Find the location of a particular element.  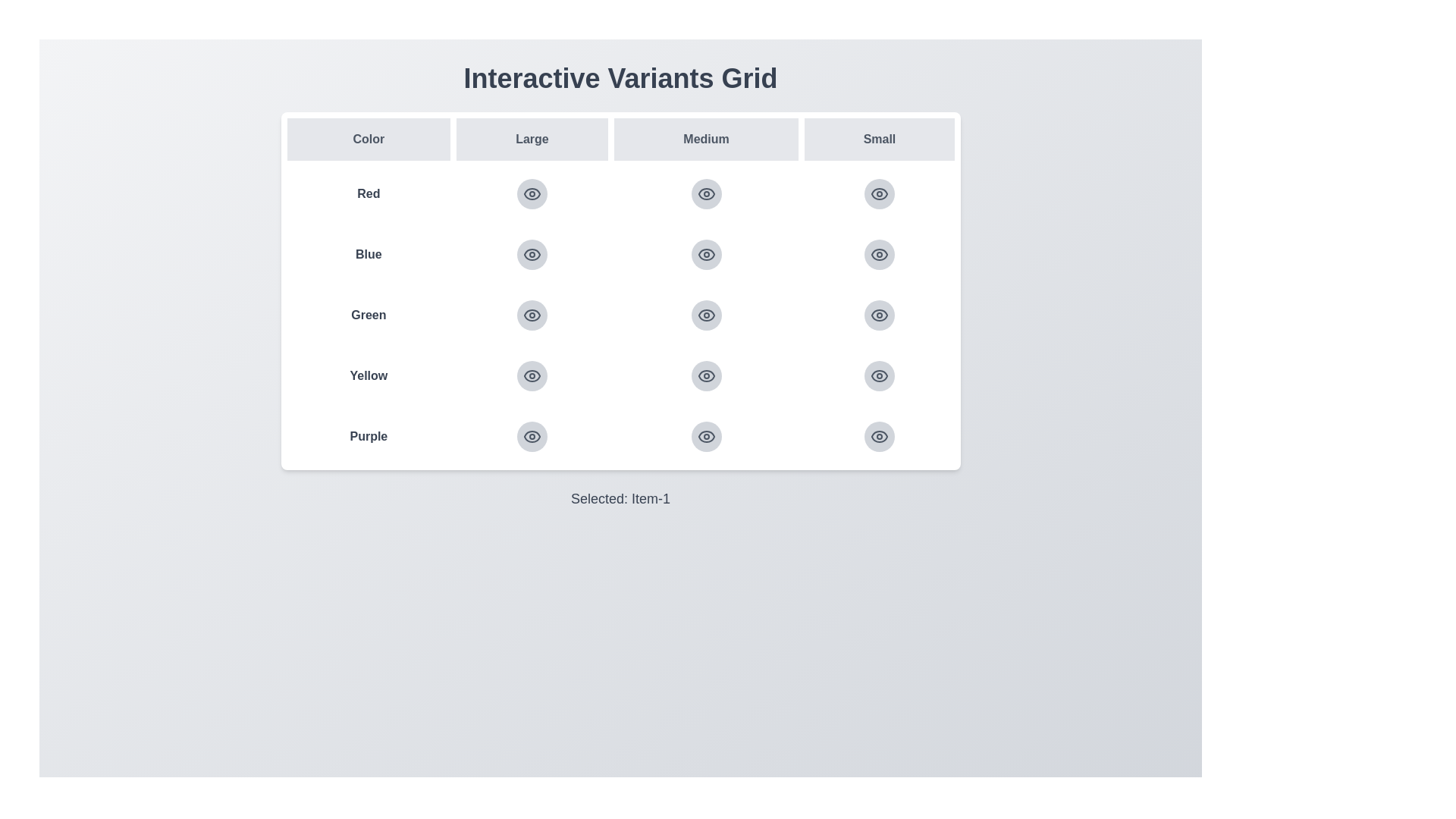

the eye-shaped icon component within the 'Small' grid section and 'Green' row, which is visually distinct and part of the interactive variants grid is located at coordinates (880, 315).